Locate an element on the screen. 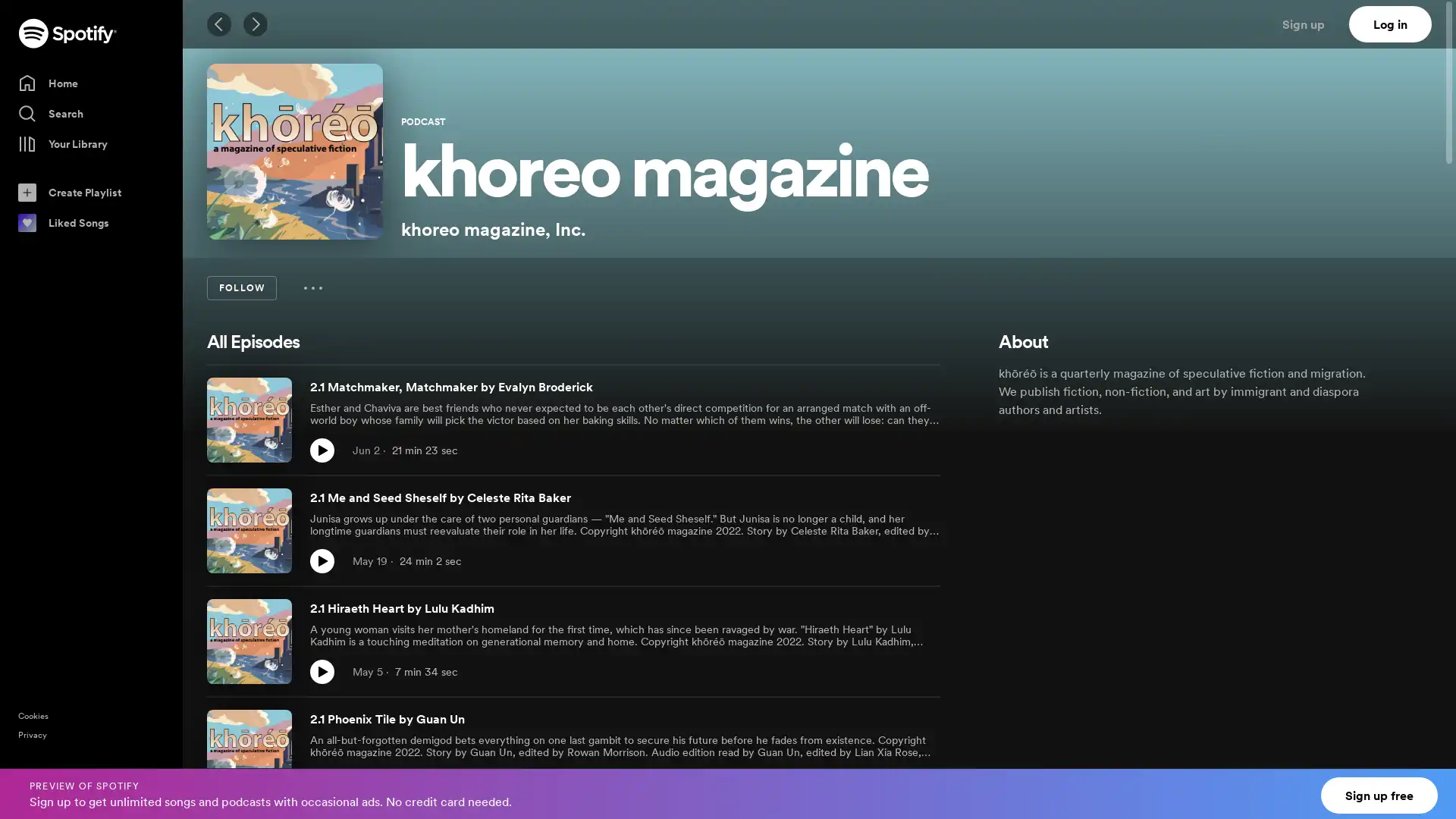 The image size is (1456, 819). Log in is located at coordinates (1390, 24).